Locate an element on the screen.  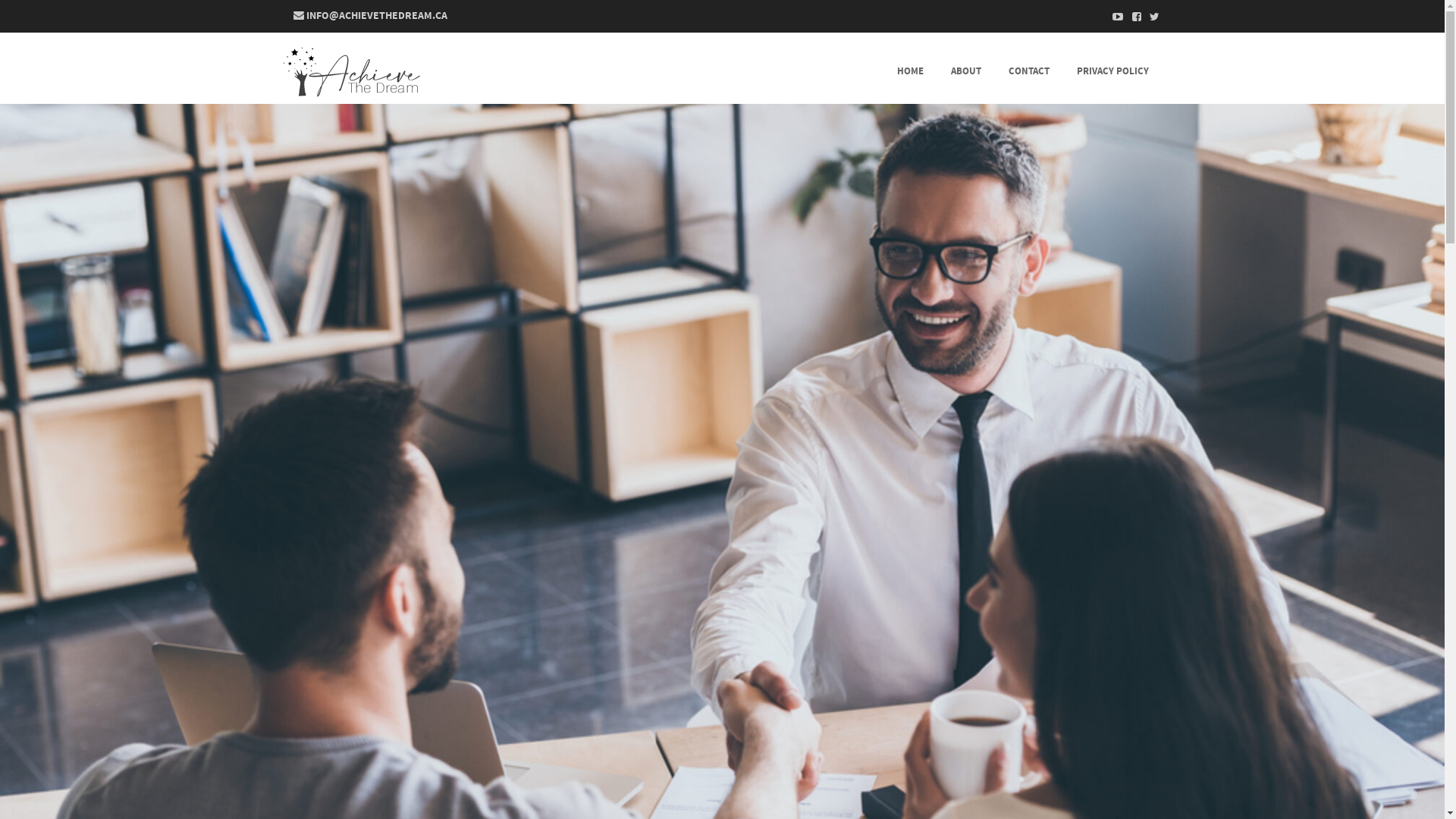
'Achieve The Dream' is located at coordinates (350, 72).